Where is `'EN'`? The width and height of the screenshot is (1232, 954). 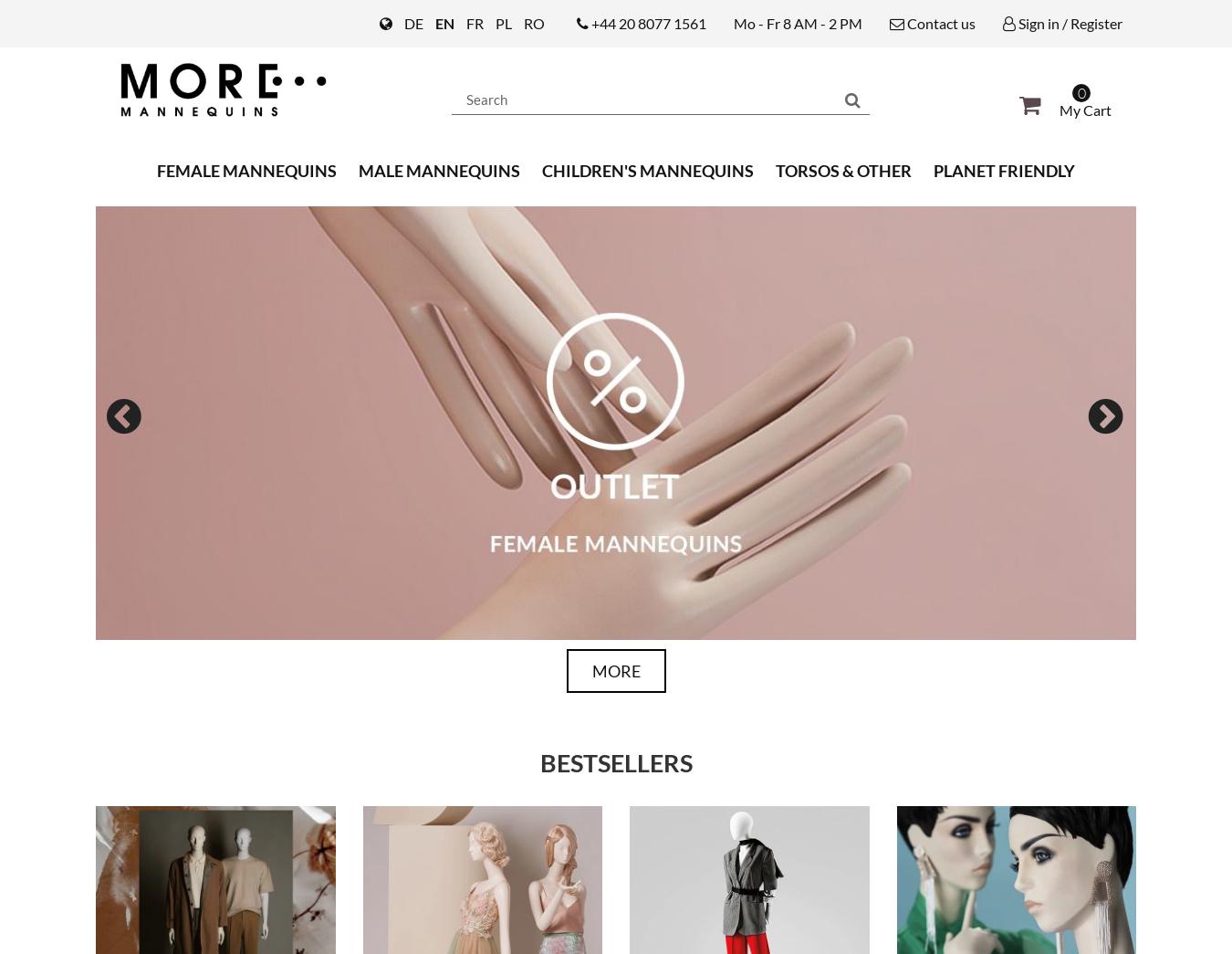 'EN' is located at coordinates (444, 22).